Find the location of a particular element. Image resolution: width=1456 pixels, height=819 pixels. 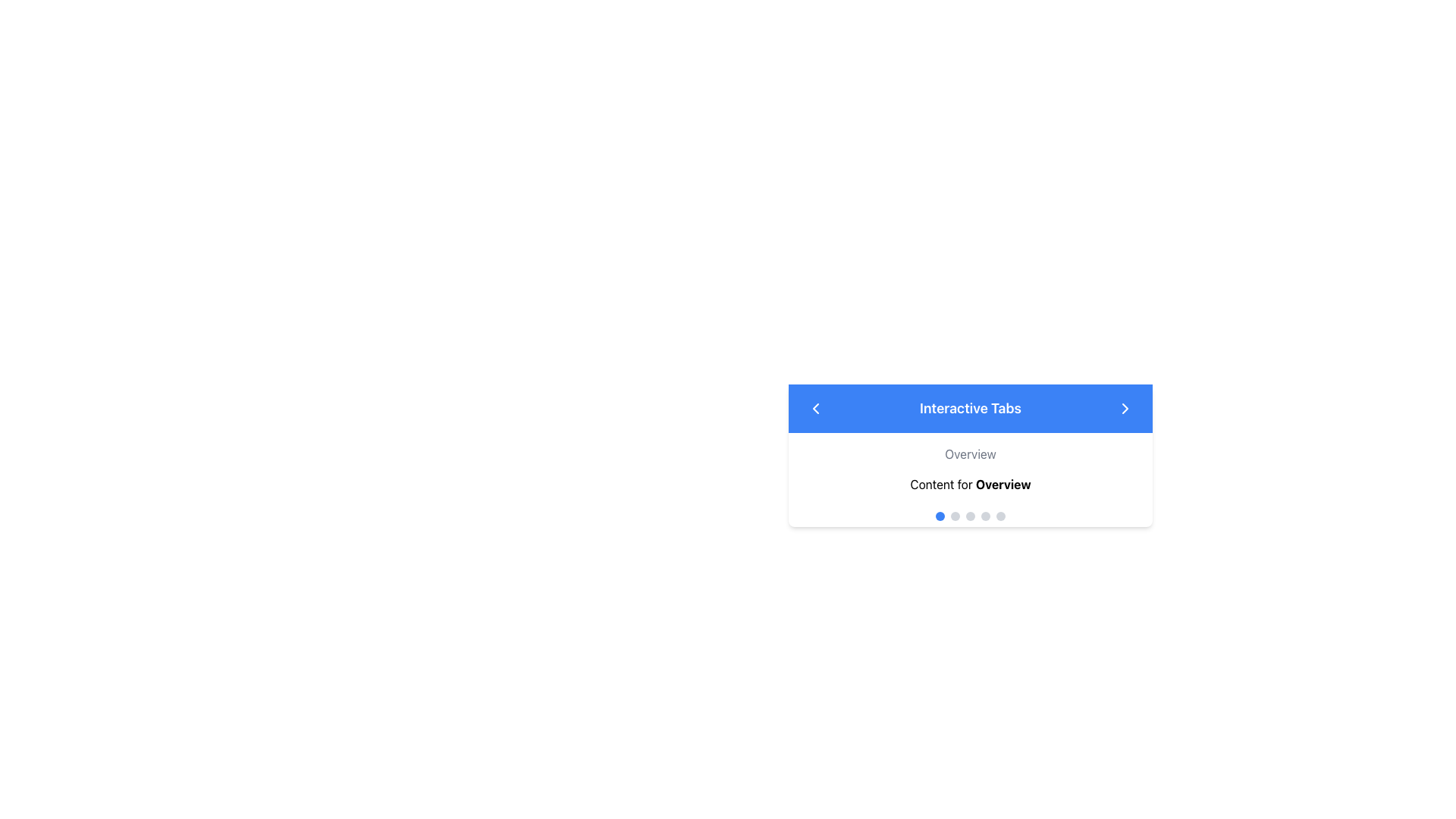

the third gray dot indicator located below the 'Content for Overview' text is located at coordinates (971, 516).